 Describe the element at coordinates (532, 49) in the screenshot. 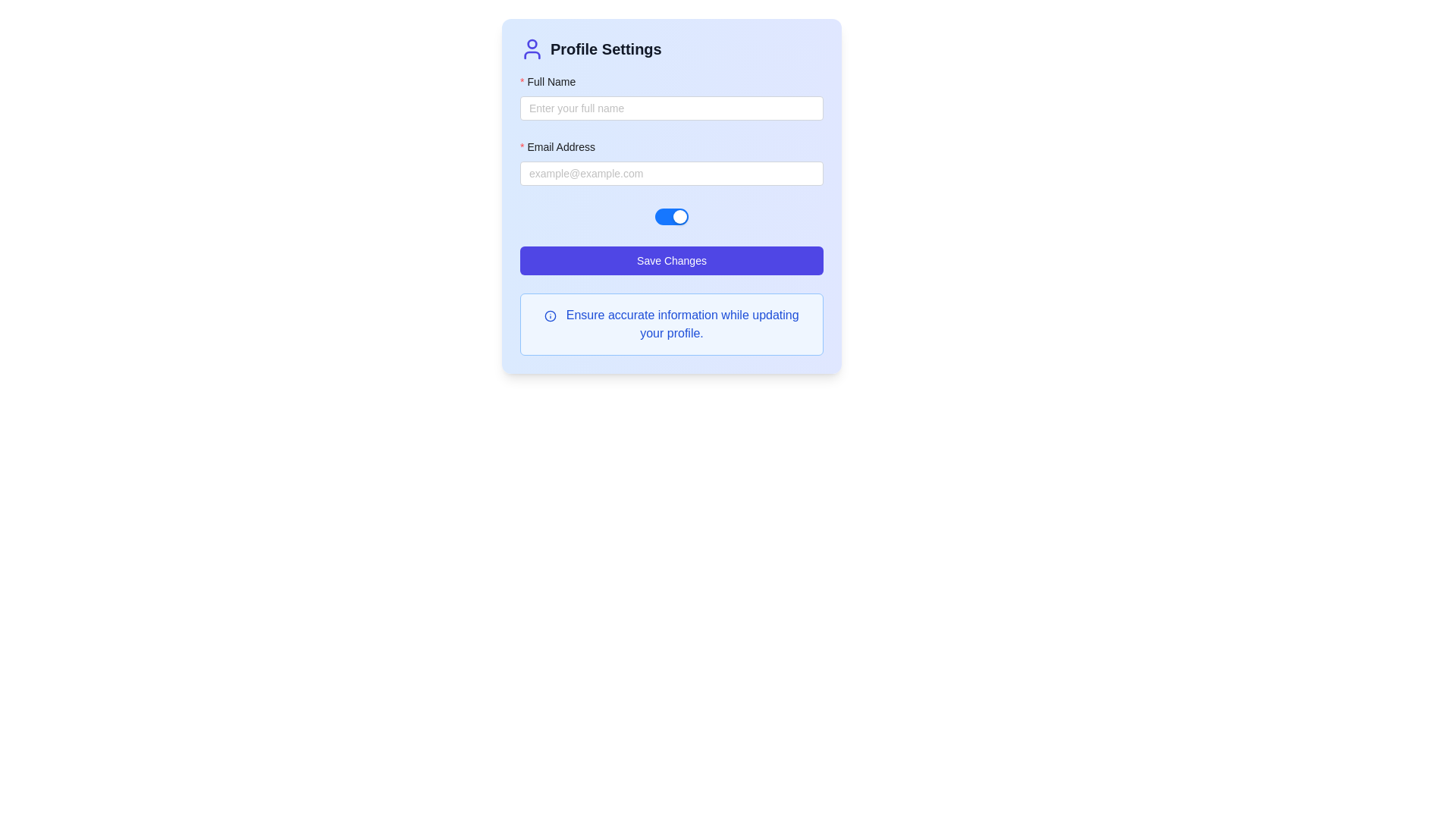

I see `the blue person icon in the 'Profile Settings' section, which is located to the left of the title text` at that location.